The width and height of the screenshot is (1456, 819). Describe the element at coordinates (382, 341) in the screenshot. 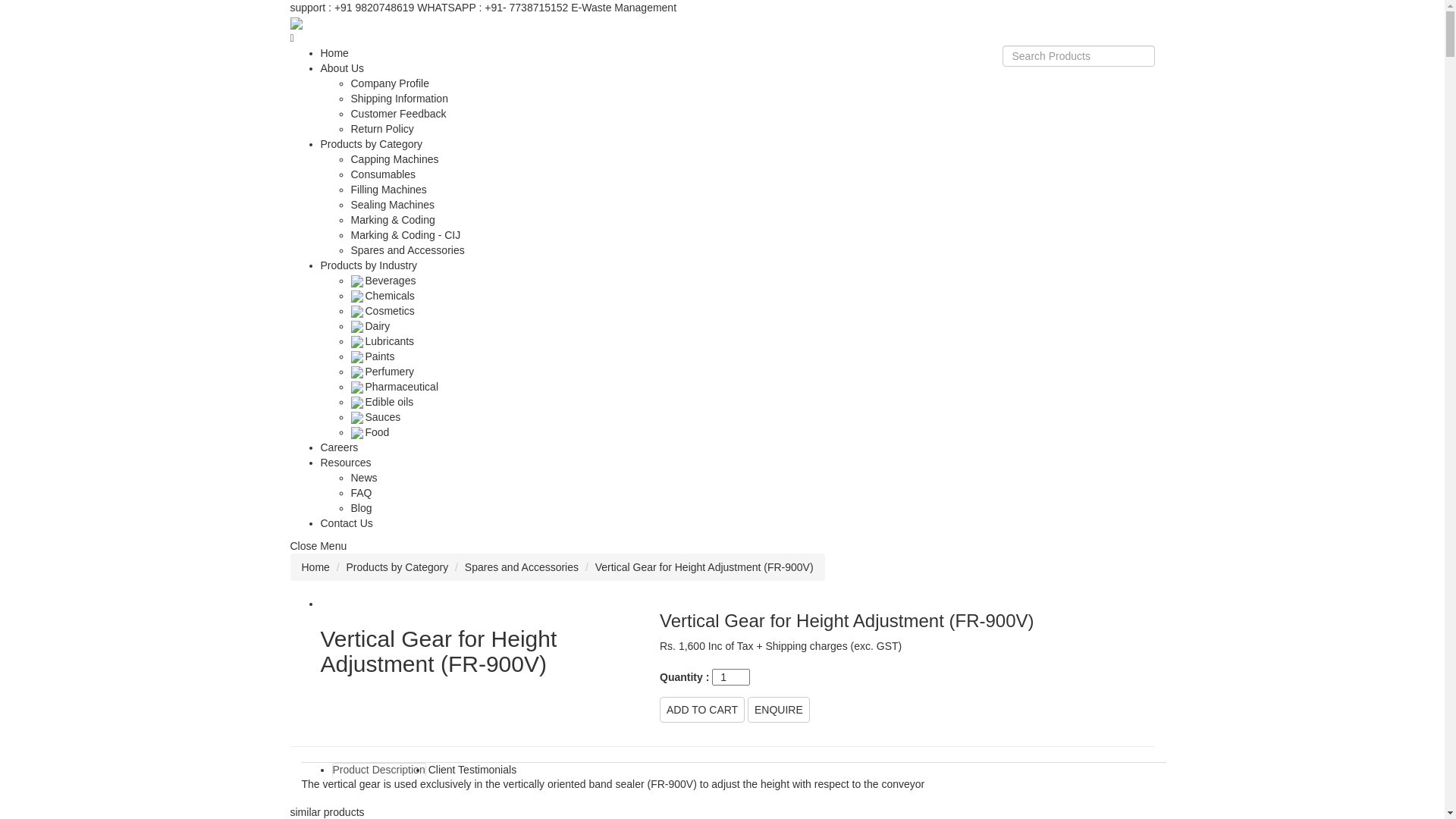

I see `'Lubricants'` at that location.